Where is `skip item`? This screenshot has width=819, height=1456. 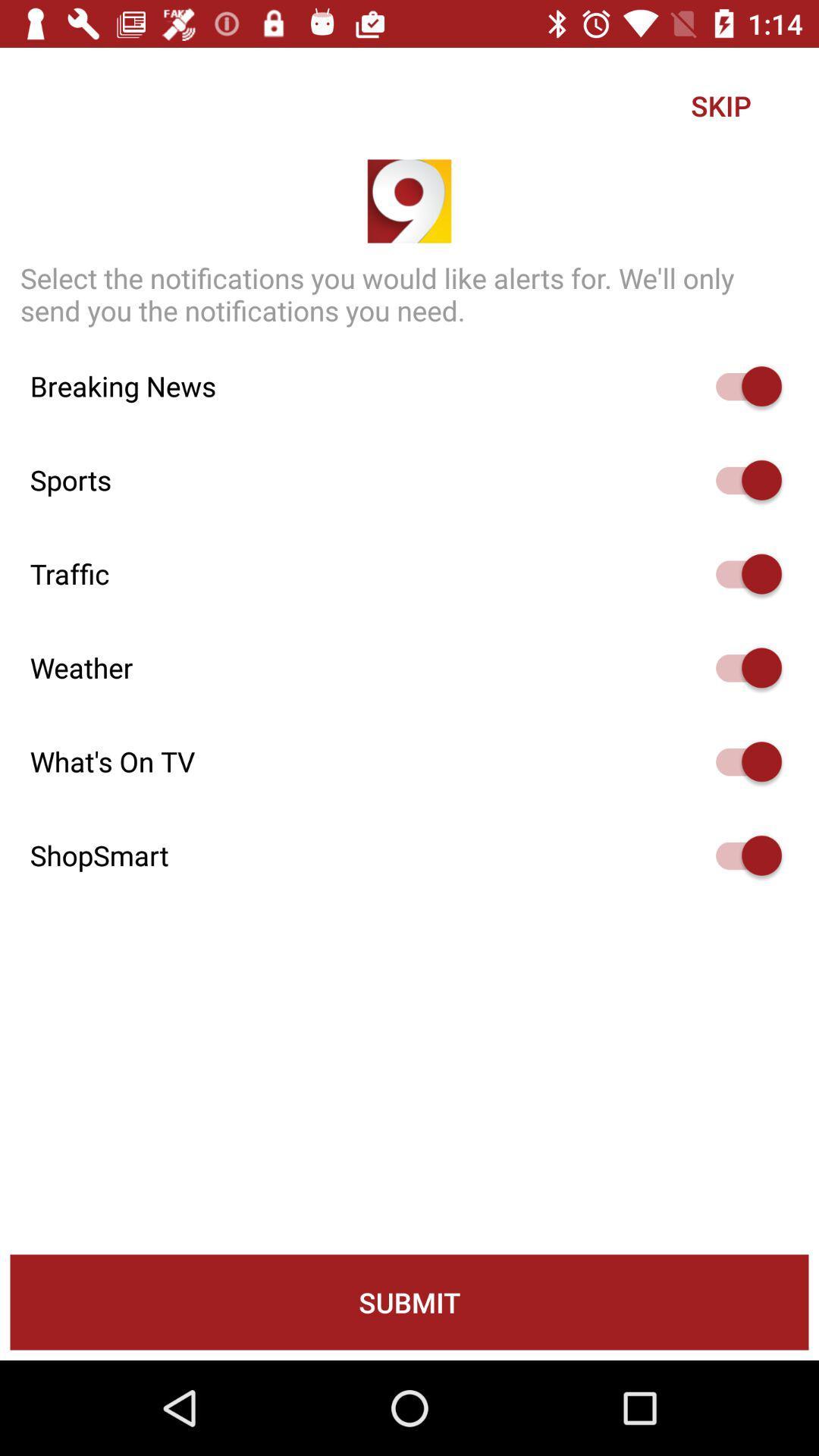
skip item is located at coordinates (720, 105).